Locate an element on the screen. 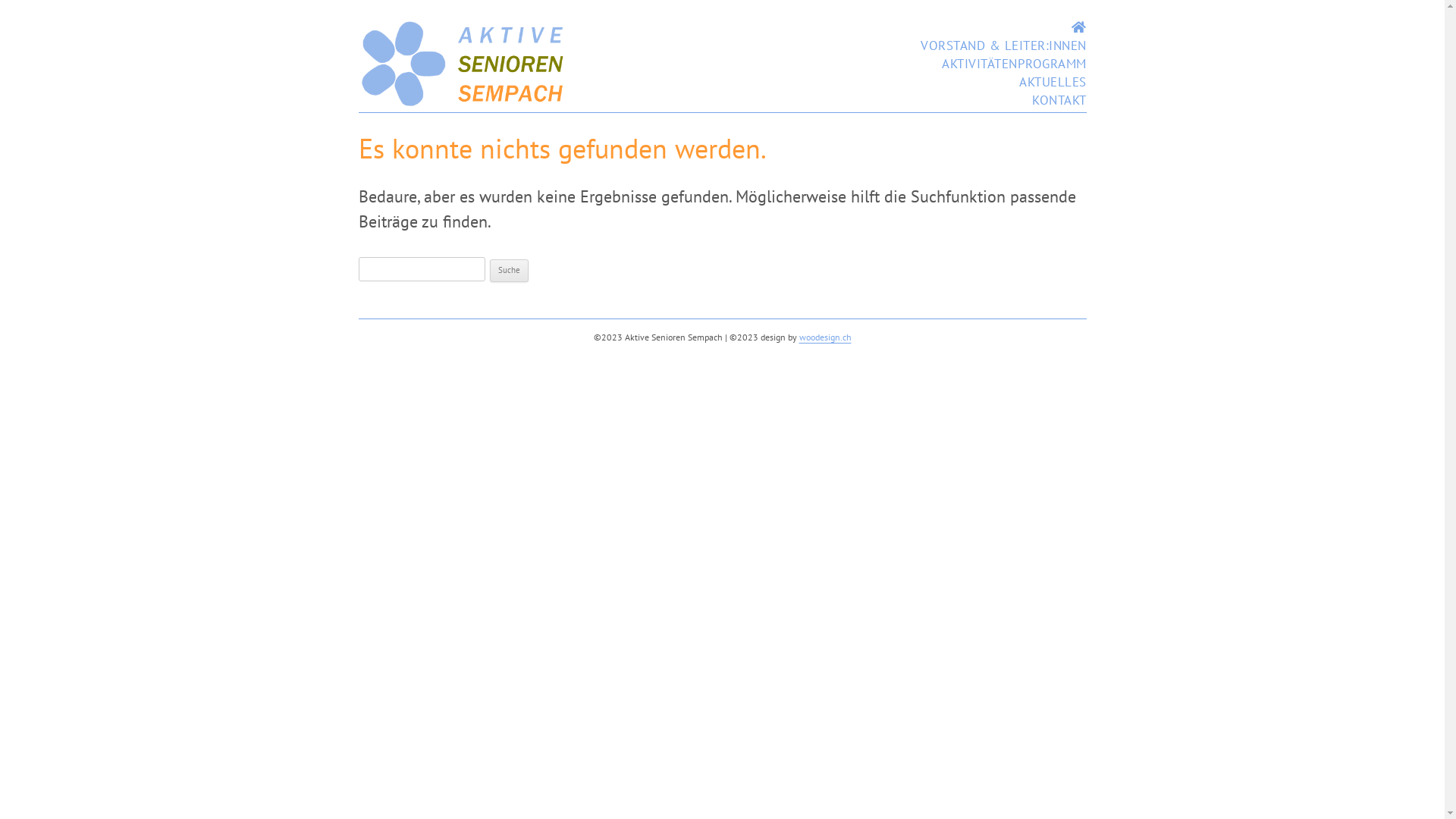 Image resolution: width=1456 pixels, height=819 pixels. 'KONTAKT' is located at coordinates (1058, 99).